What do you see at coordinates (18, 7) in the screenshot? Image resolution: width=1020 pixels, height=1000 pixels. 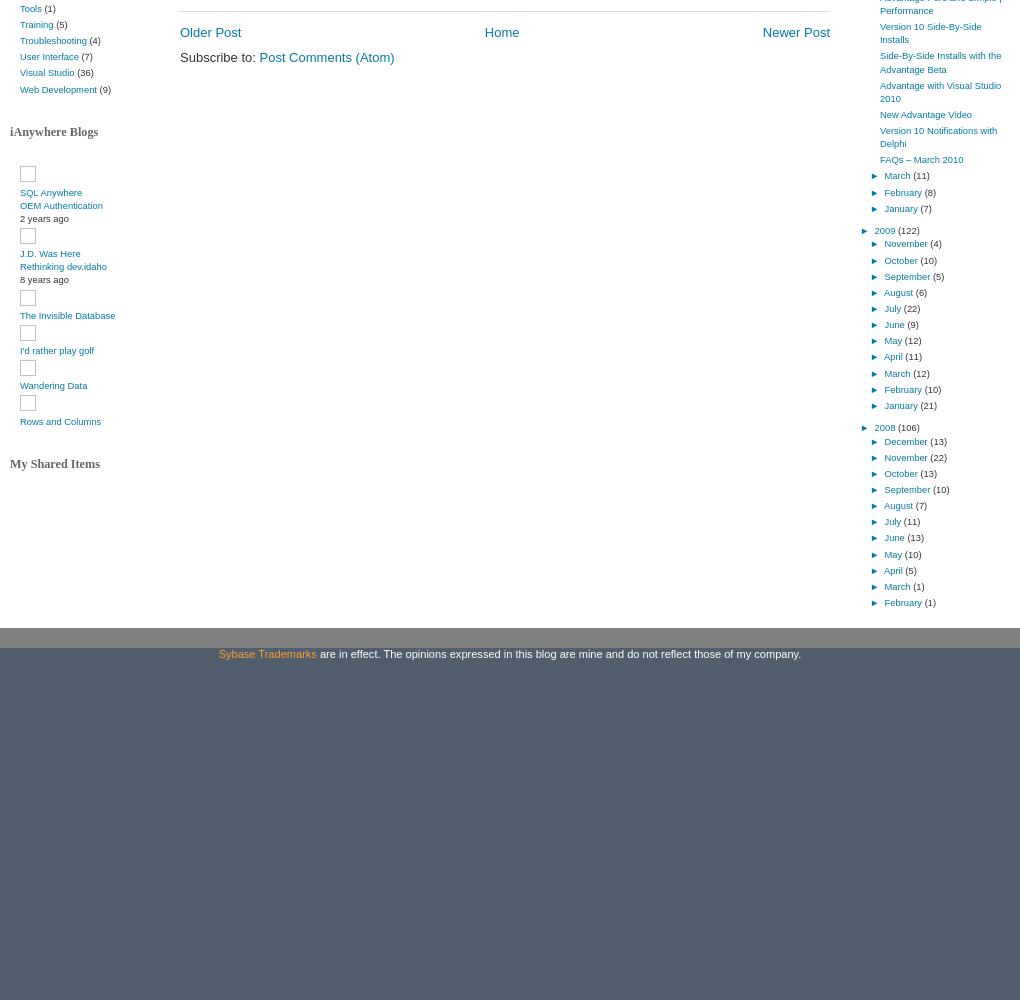 I see `'Tools'` at bounding box center [18, 7].